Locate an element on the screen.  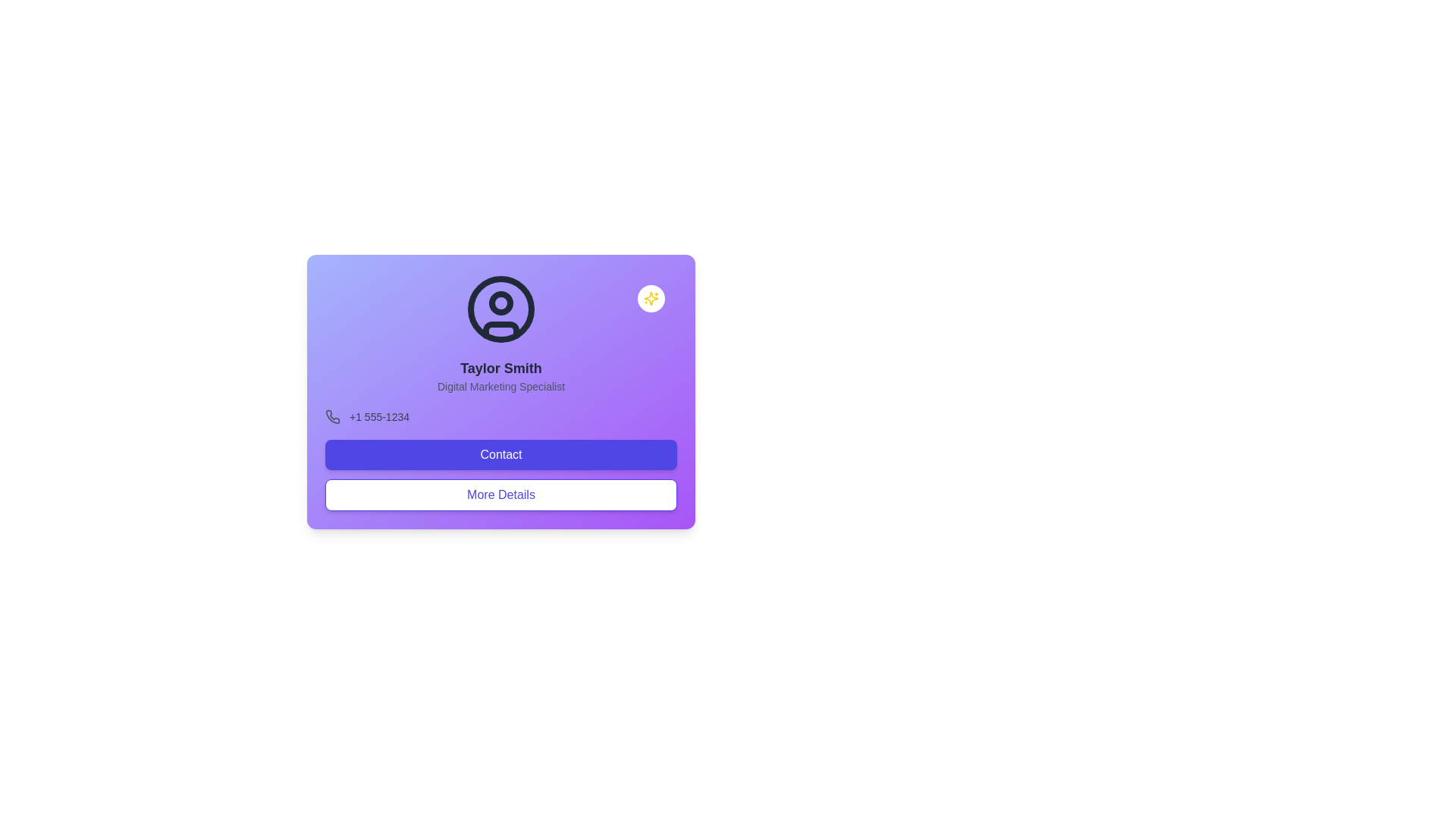
the SVG Circle element representing the user profile of 'Taylor Smith', which is centered at the top middle of the card interface is located at coordinates (501, 309).